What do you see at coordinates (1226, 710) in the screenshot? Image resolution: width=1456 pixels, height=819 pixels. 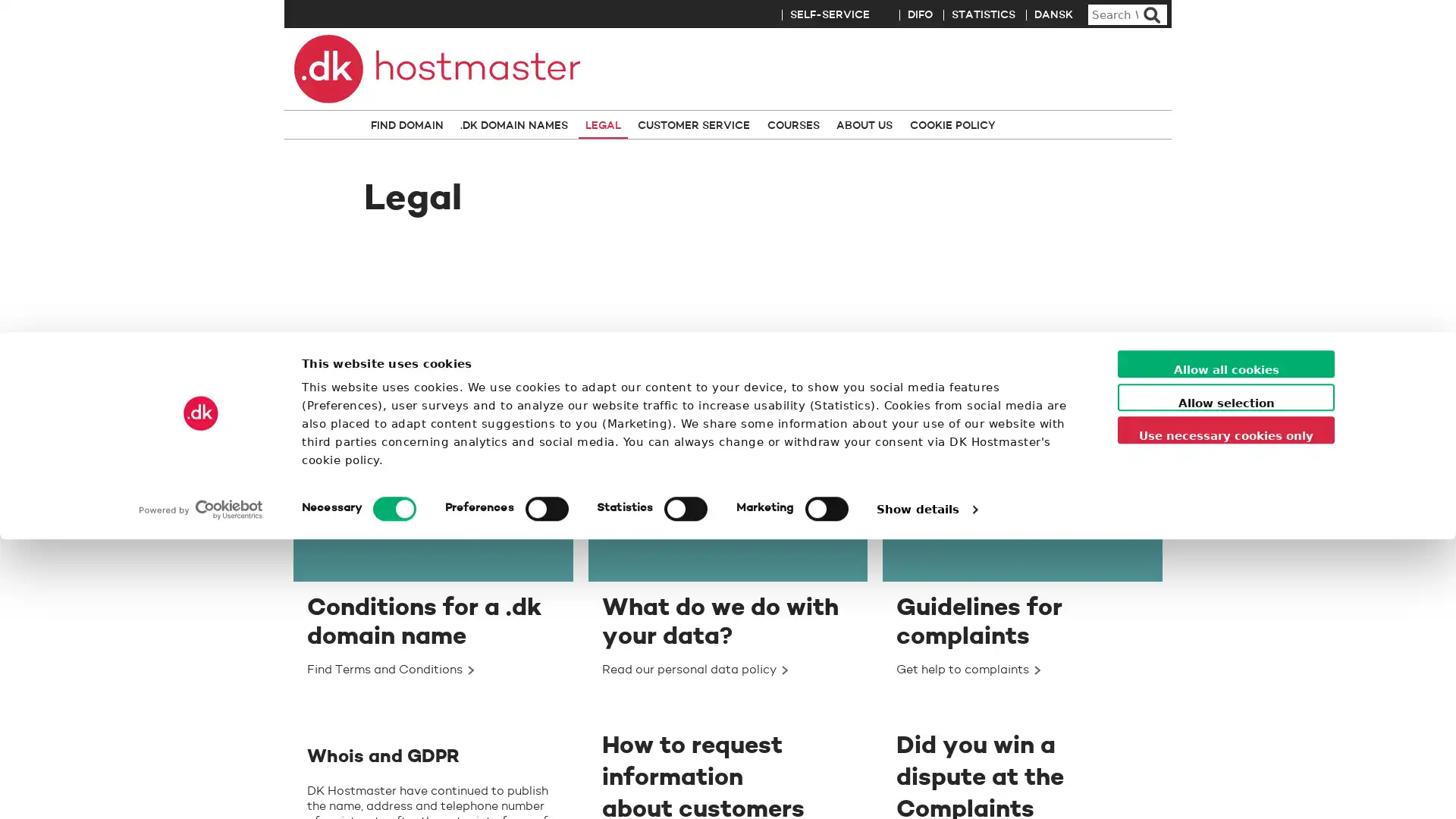 I see `Use necessary cookies only` at bounding box center [1226, 710].